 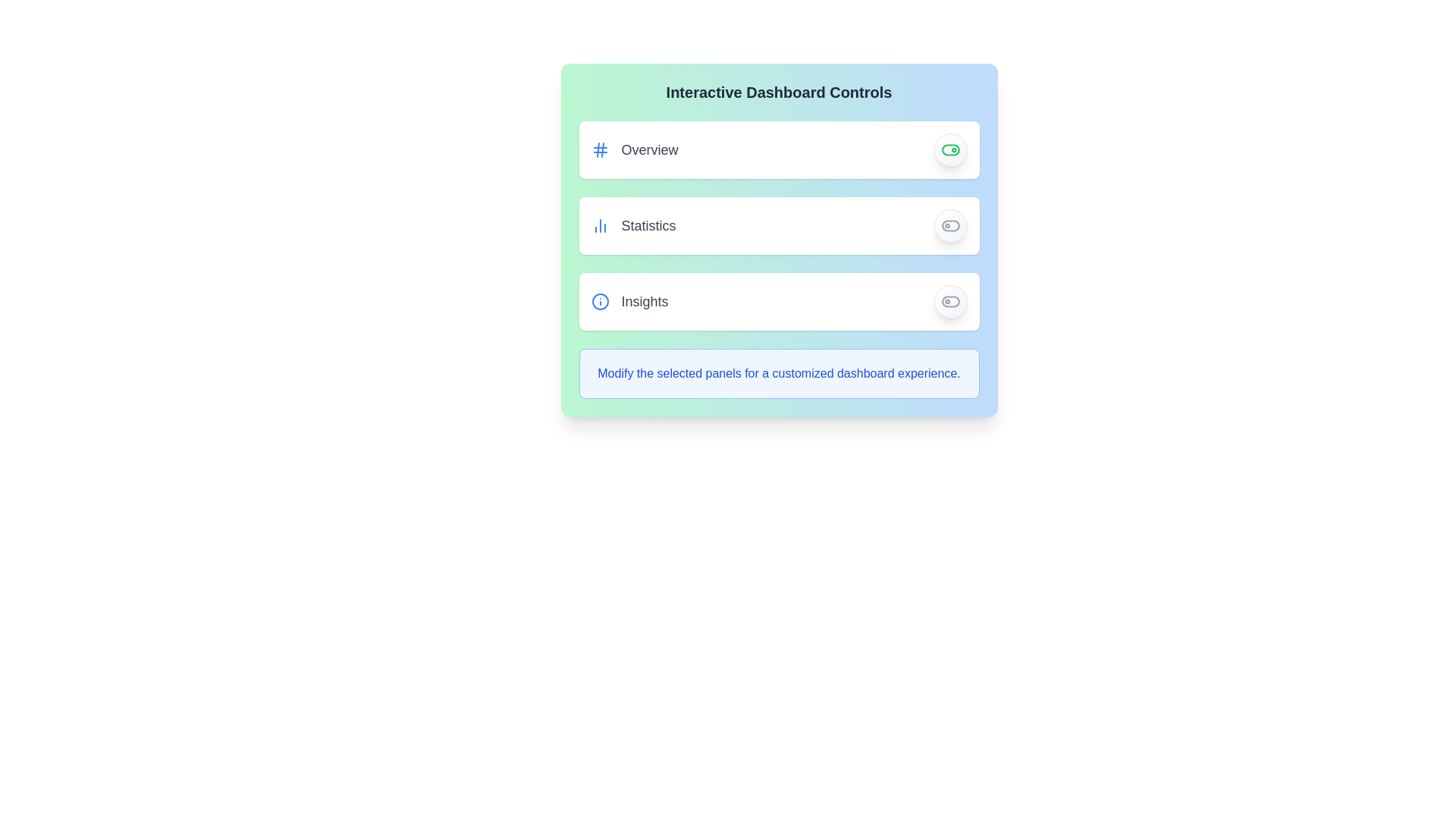 What do you see at coordinates (779, 93) in the screenshot?
I see `the text heading displaying 'Interactive Dashboard Controls', which is bold and centered at the top of the panel containing dashboard options` at bounding box center [779, 93].